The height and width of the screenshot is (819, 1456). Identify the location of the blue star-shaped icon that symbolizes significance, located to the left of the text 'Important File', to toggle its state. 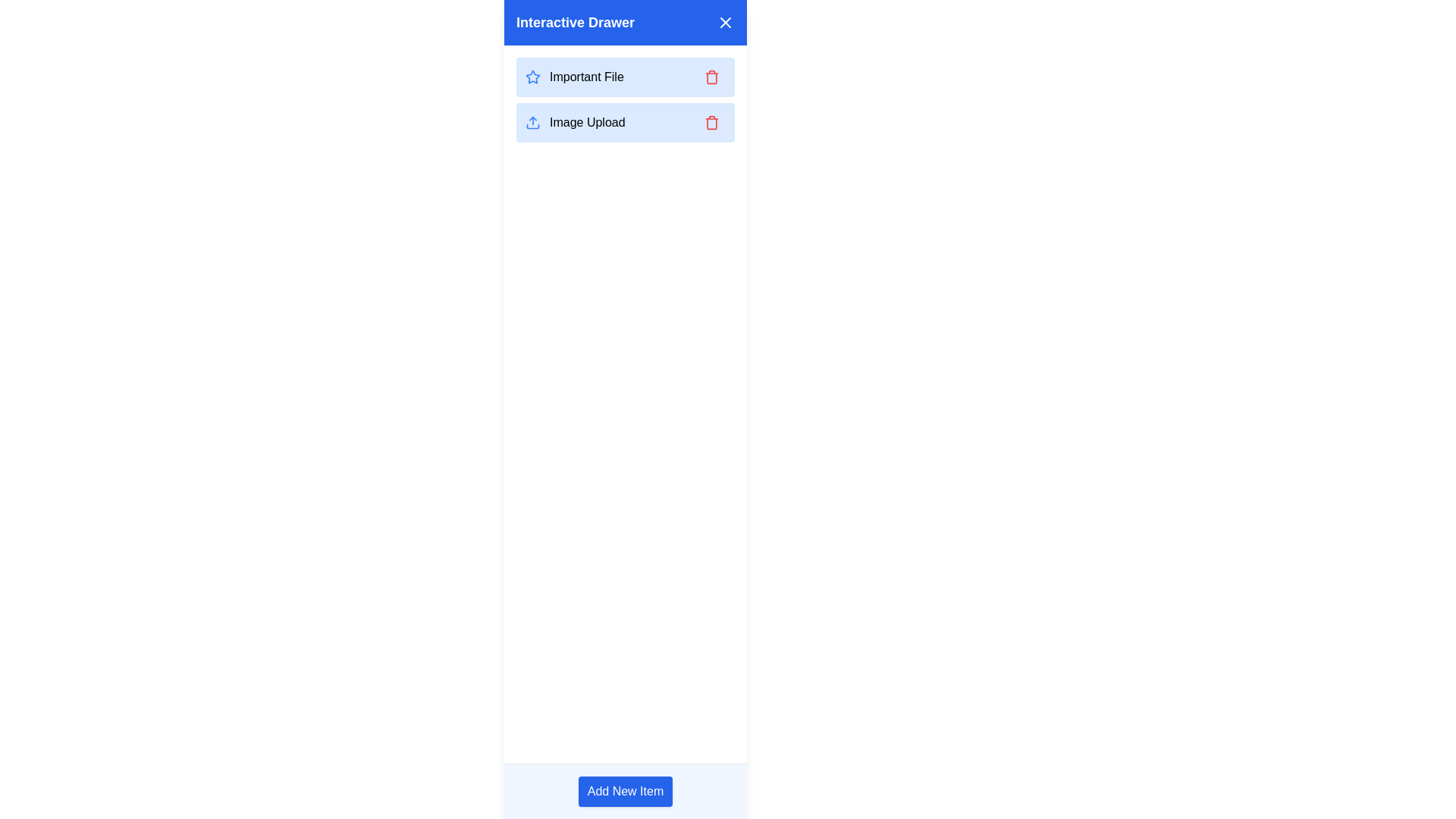
(532, 77).